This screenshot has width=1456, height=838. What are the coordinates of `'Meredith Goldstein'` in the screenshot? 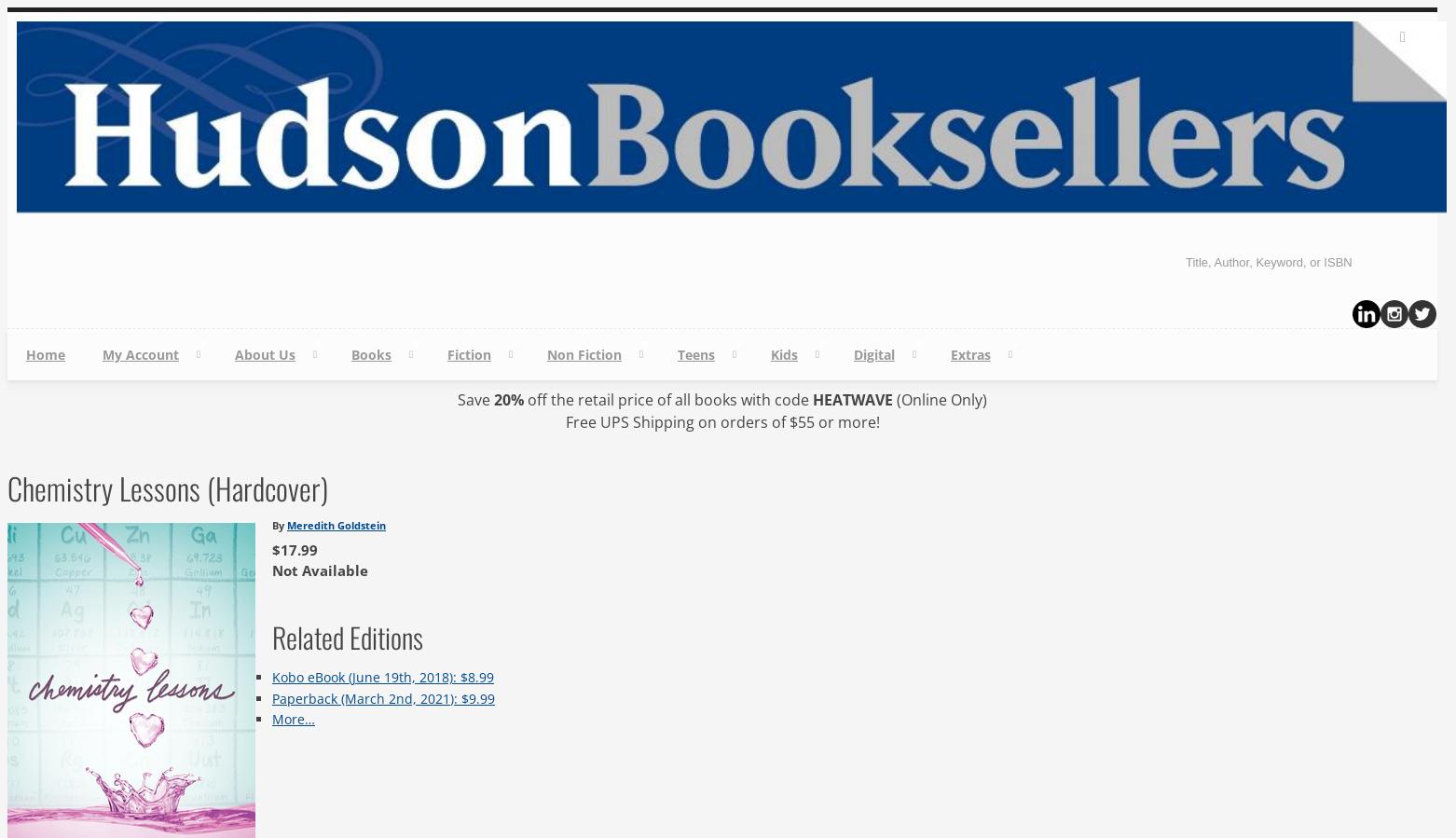 It's located at (336, 524).